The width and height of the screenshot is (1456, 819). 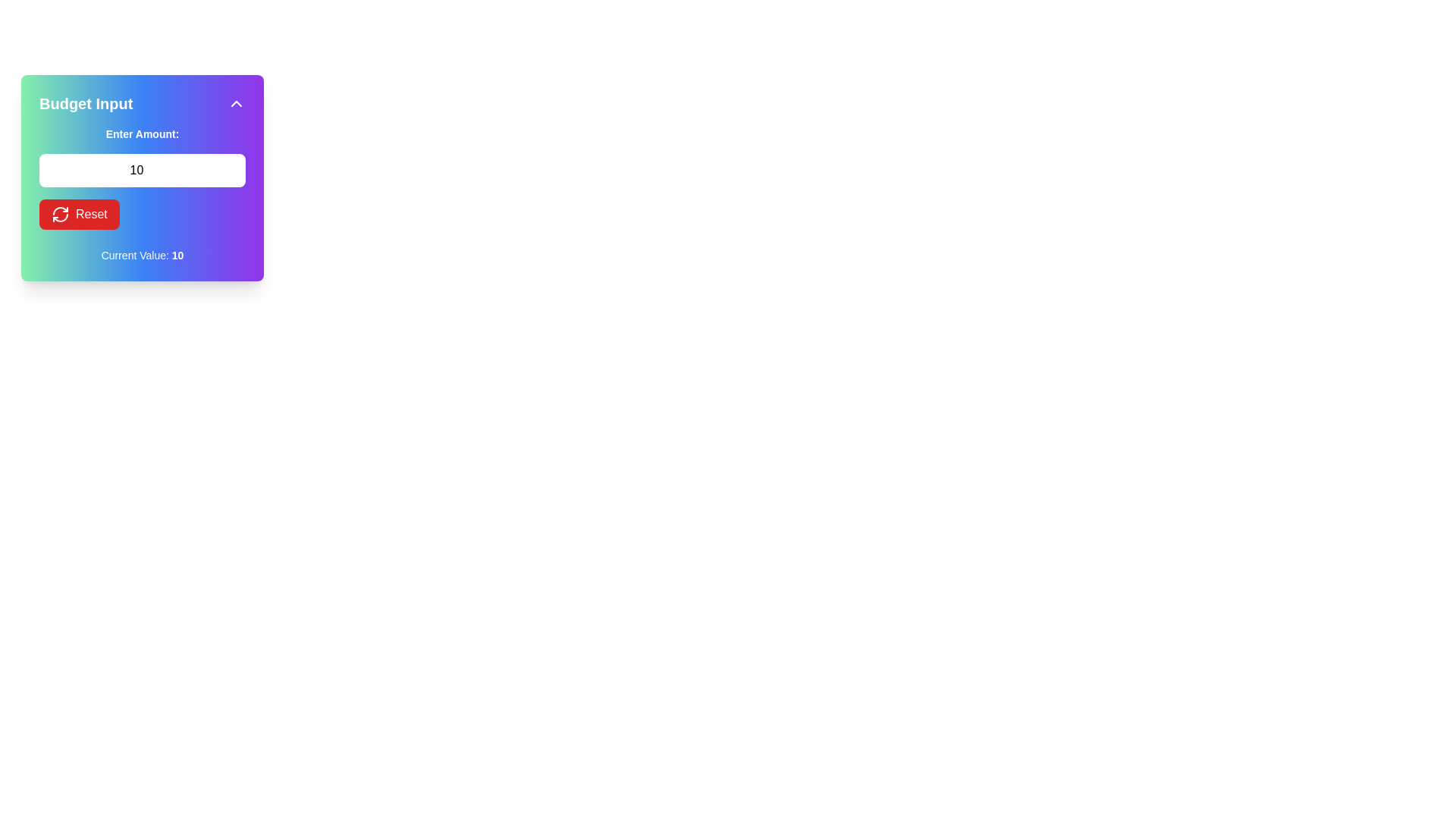 I want to click on the input field of the compound component containing a text label, a number input field, and a button to edit the current value displayed as '10', so click(x=142, y=177).